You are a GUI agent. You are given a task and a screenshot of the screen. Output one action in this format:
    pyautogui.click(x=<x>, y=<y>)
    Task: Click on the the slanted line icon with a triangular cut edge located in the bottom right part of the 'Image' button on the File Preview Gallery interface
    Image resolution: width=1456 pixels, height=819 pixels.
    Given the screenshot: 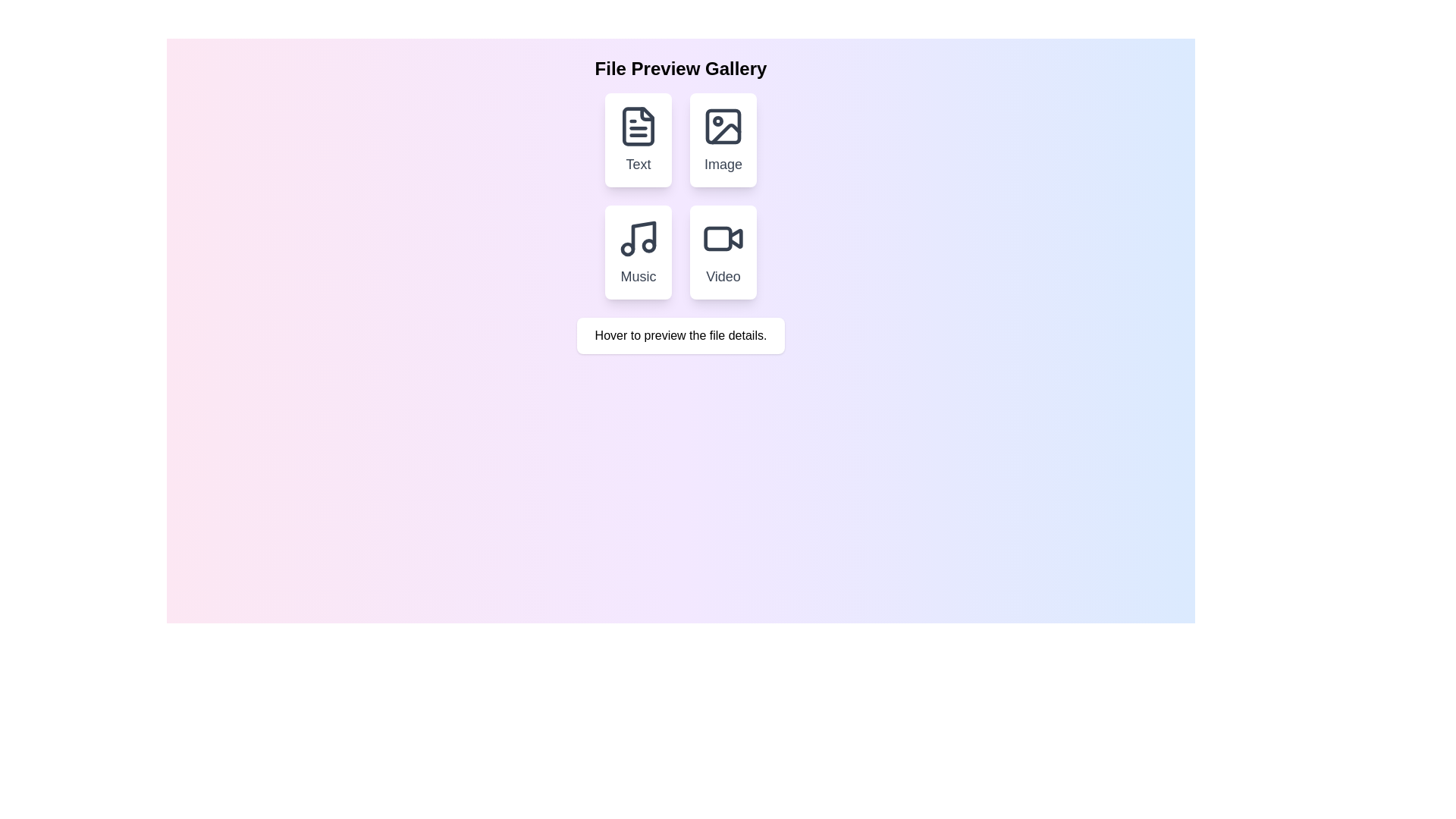 What is the action you would take?
    pyautogui.click(x=725, y=133)
    